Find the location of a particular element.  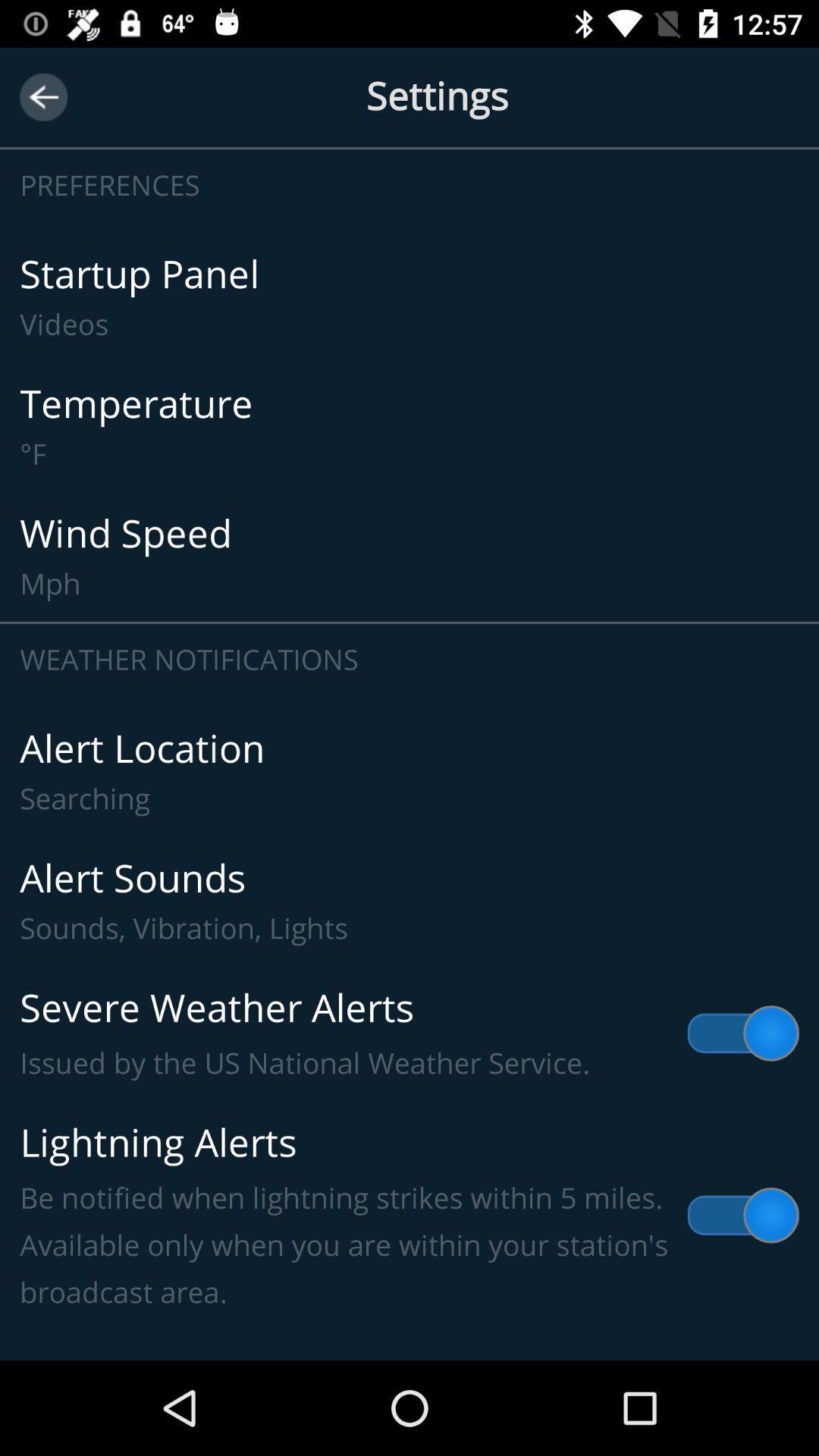

the arrow_backward icon is located at coordinates (42, 96).